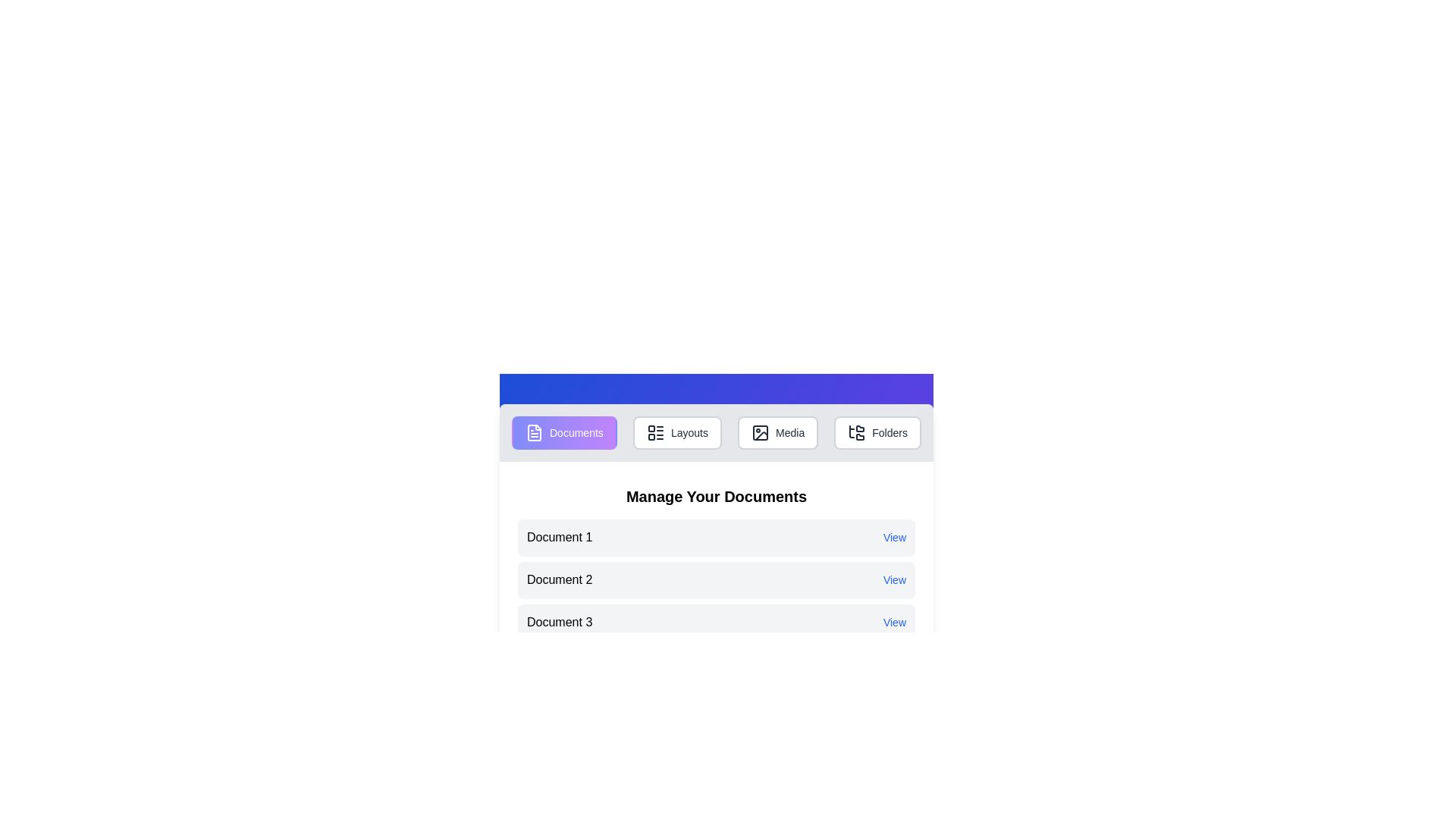  Describe the element at coordinates (895, 623) in the screenshot. I see `the hyperlink or clickable text located to the right of 'Document 3' in the third row under the 'Manage Your Documents' section` at that location.